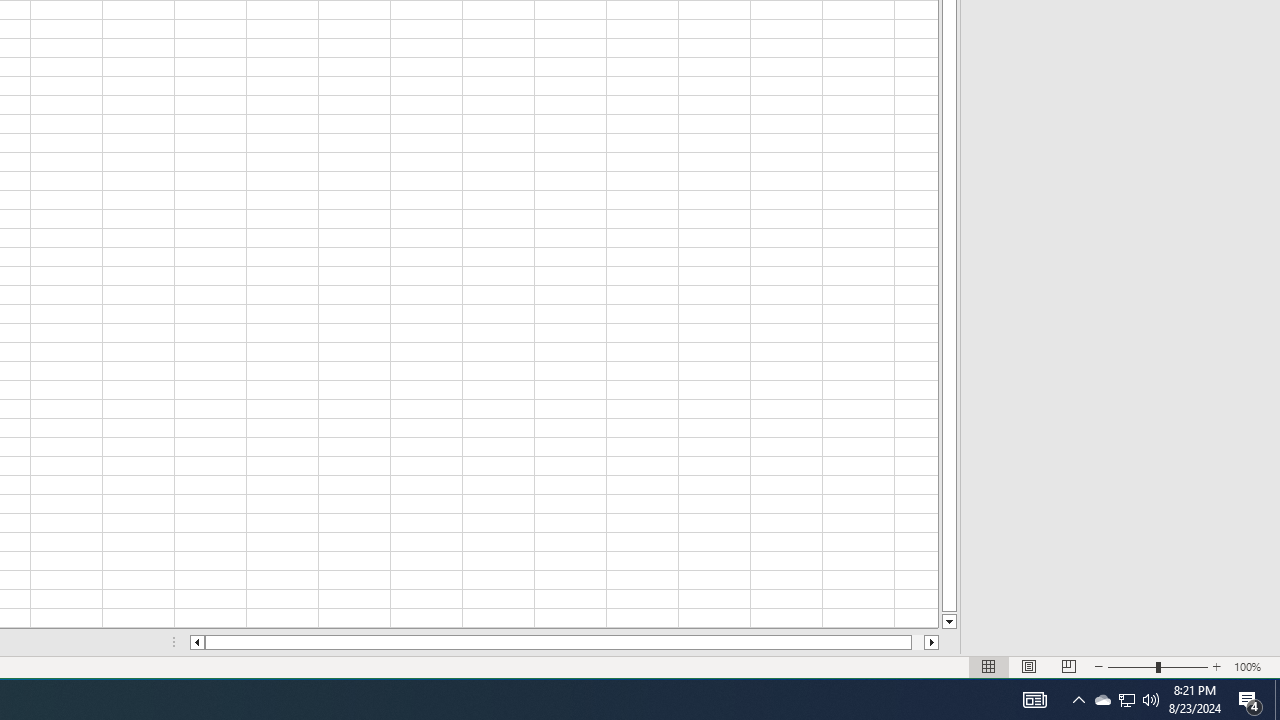 The width and height of the screenshot is (1280, 720). What do you see at coordinates (1276, 698) in the screenshot?
I see `'Show desktop'` at bounding box center [1276, 698].